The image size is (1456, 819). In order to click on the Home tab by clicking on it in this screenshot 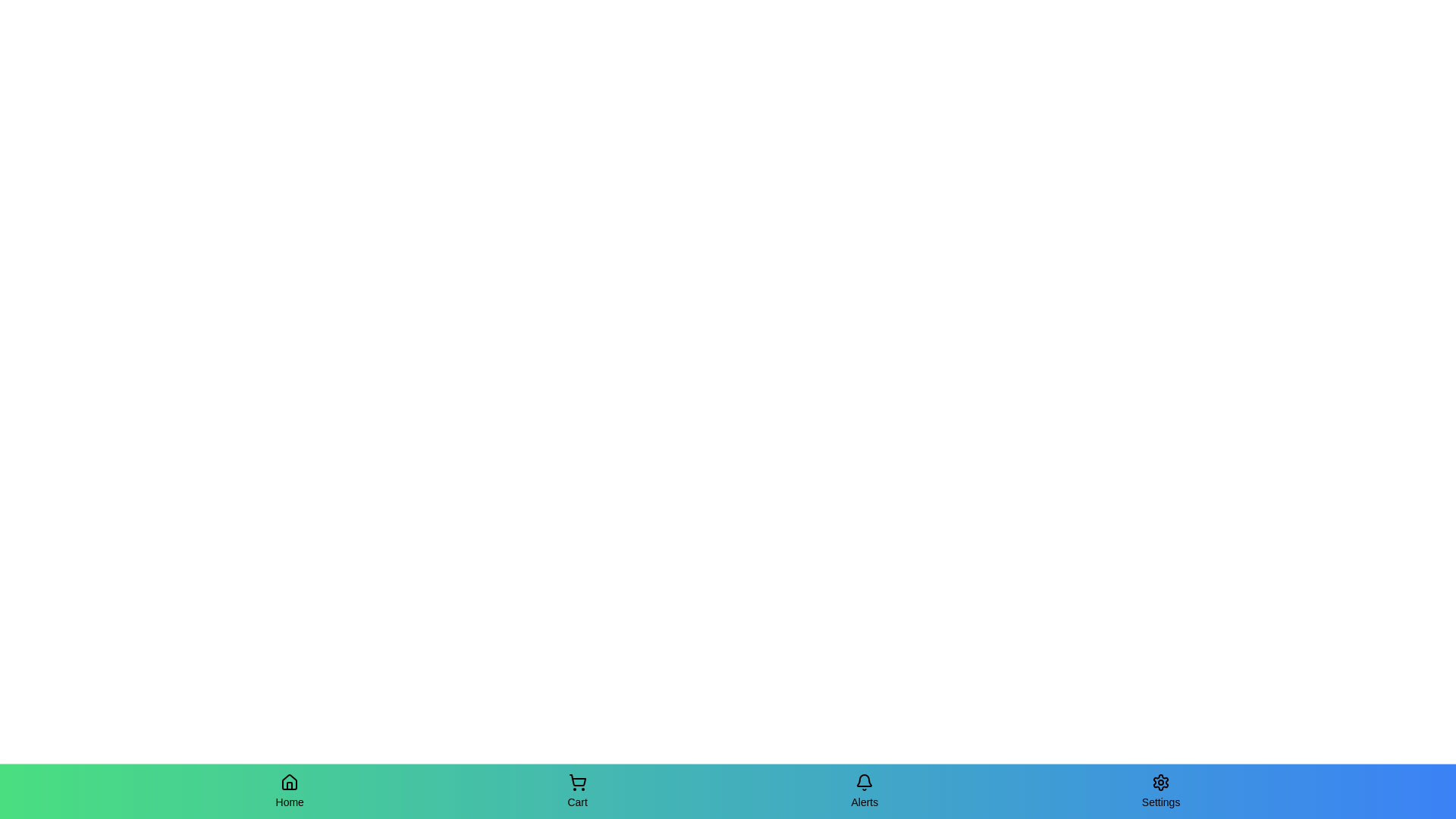, I will do `click(290, 791)`.